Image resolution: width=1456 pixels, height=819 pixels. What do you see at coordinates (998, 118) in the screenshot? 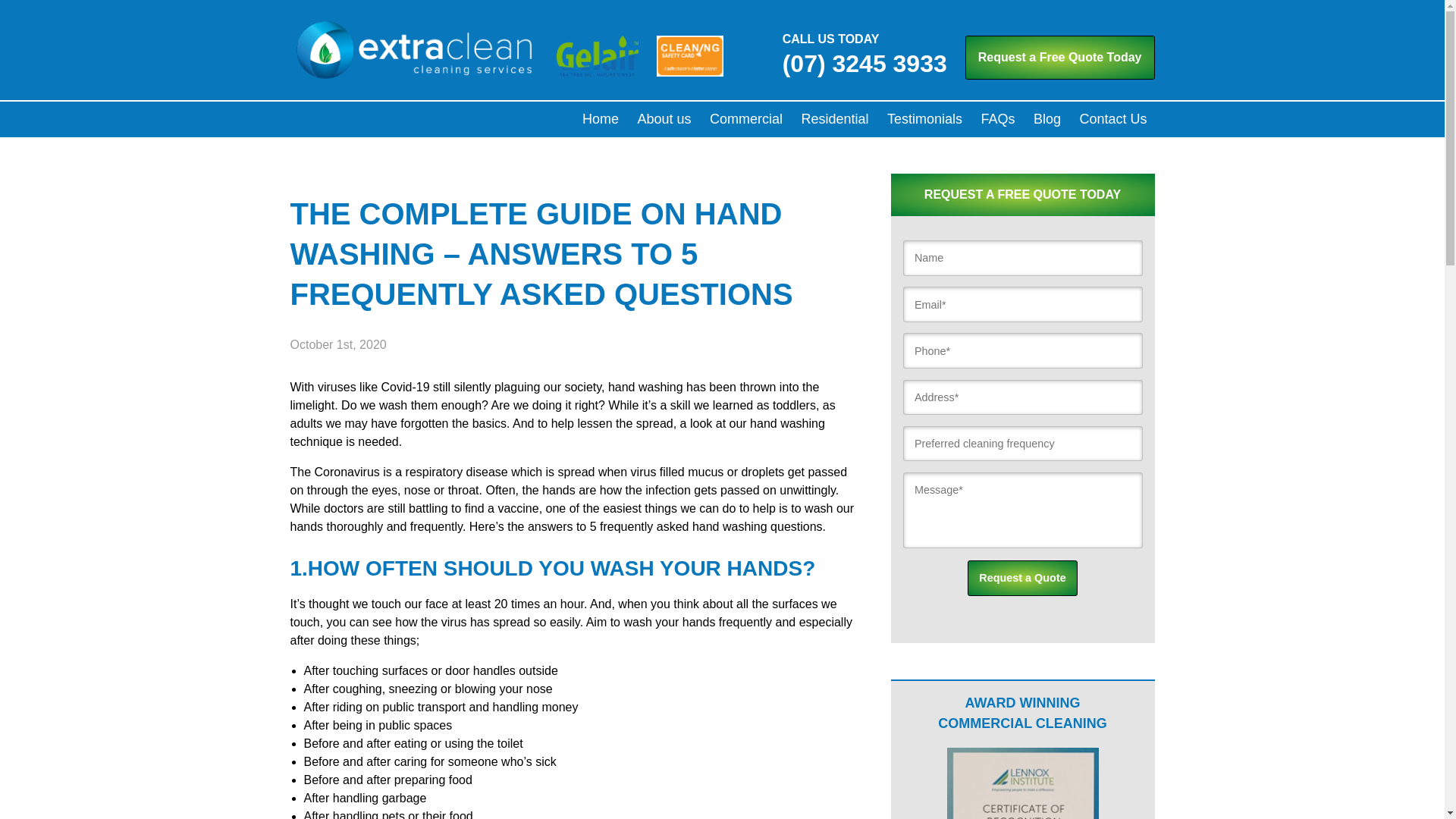
I see `'FAQs'` at bounding box center [998, 118].